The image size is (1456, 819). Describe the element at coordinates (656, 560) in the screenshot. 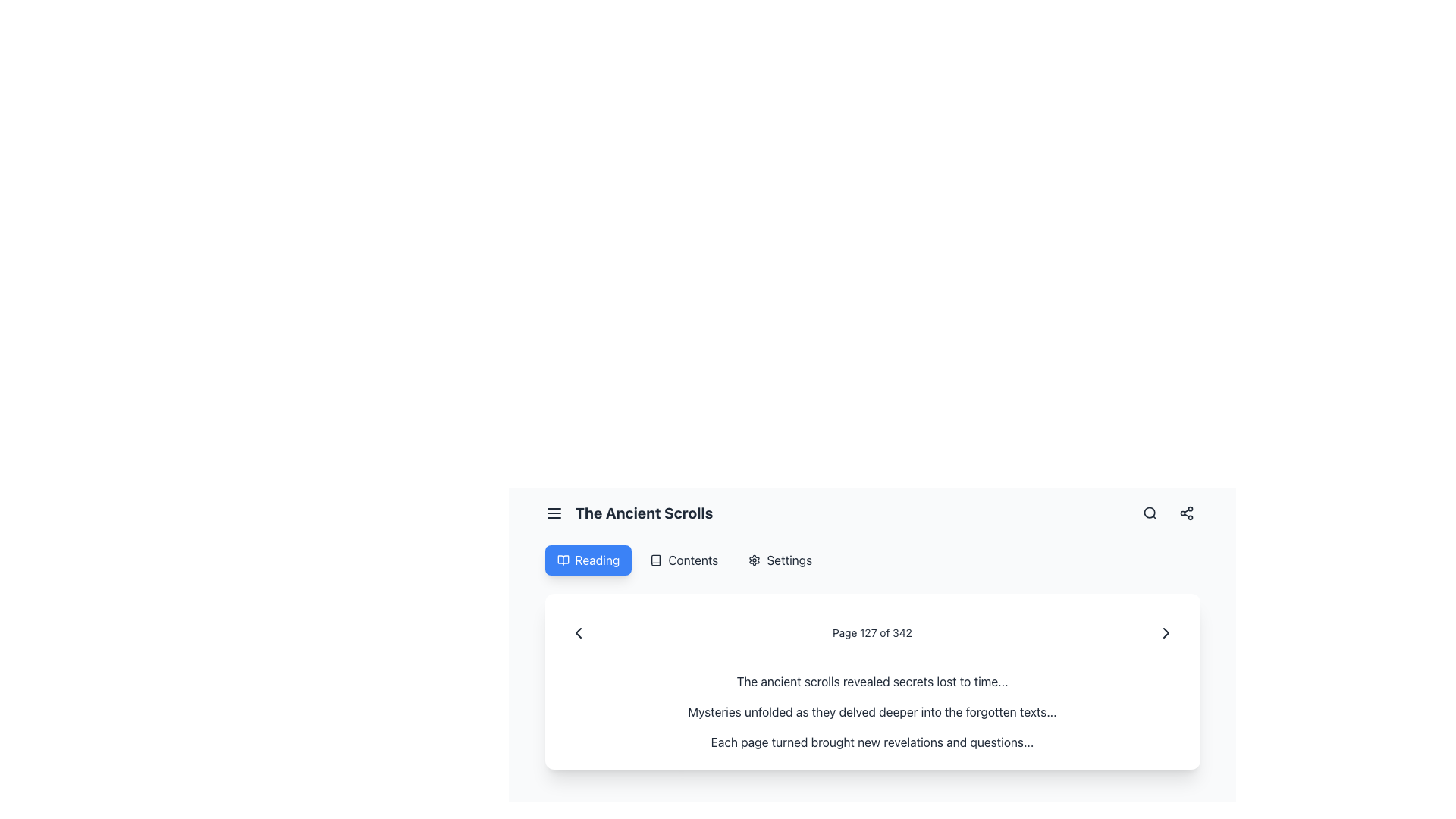

I see `the open book icon located` at that location.